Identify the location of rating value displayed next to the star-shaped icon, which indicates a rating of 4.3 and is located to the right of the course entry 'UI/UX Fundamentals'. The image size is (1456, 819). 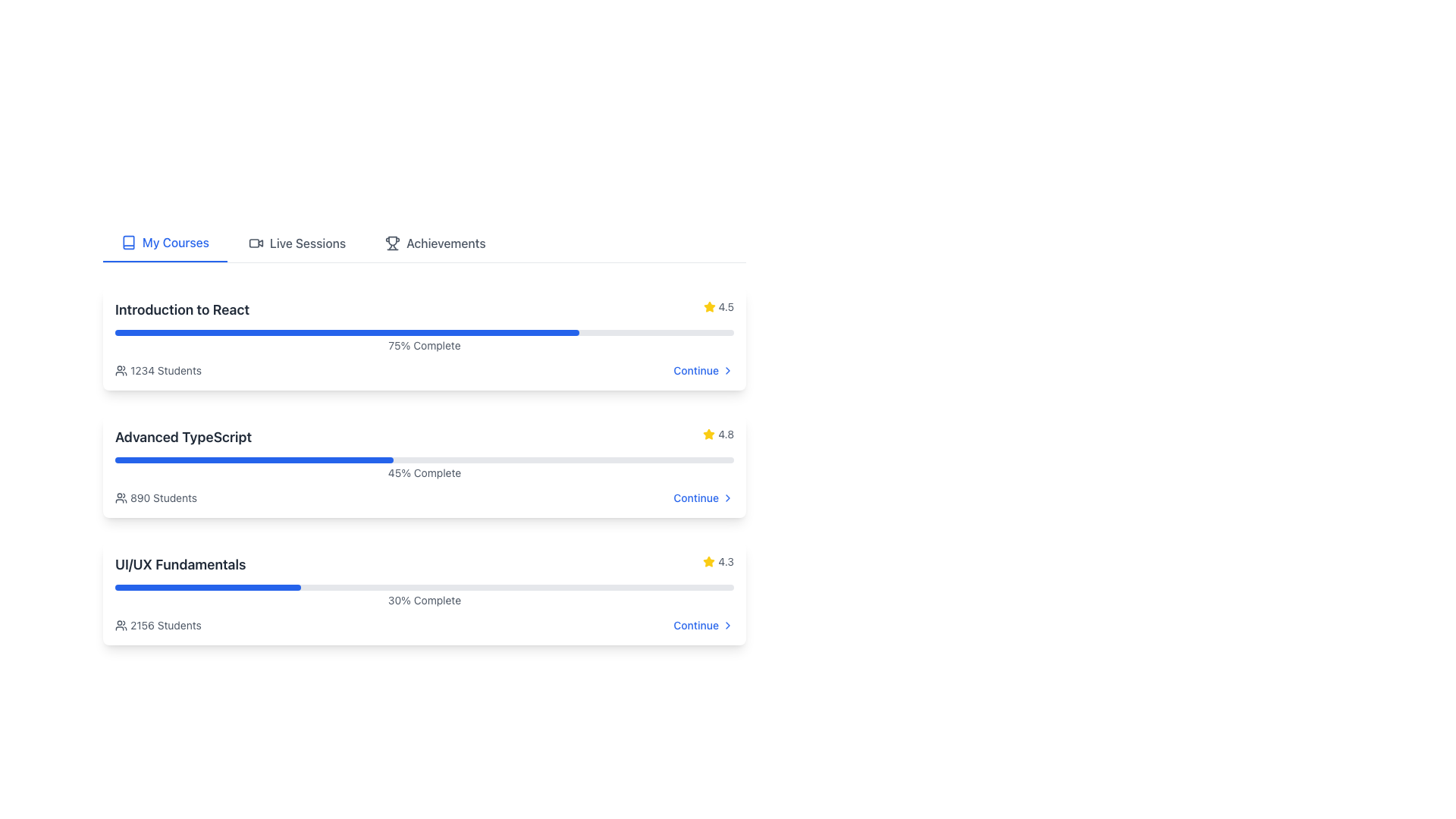
(708, 561).